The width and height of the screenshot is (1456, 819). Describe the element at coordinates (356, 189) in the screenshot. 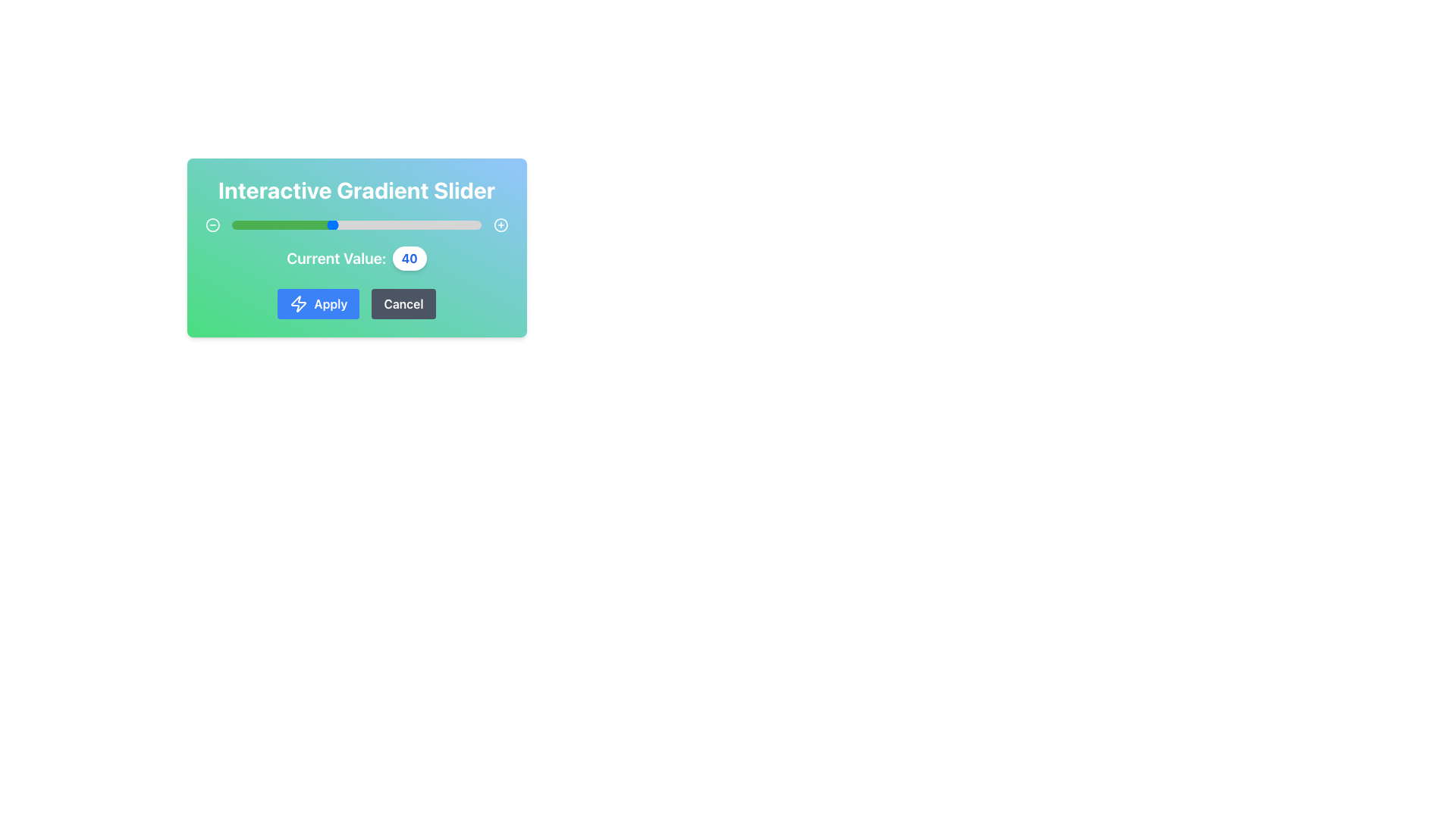

I see `the header text label that serves as the title for the associated components within the rounded rectangular card` at that location.